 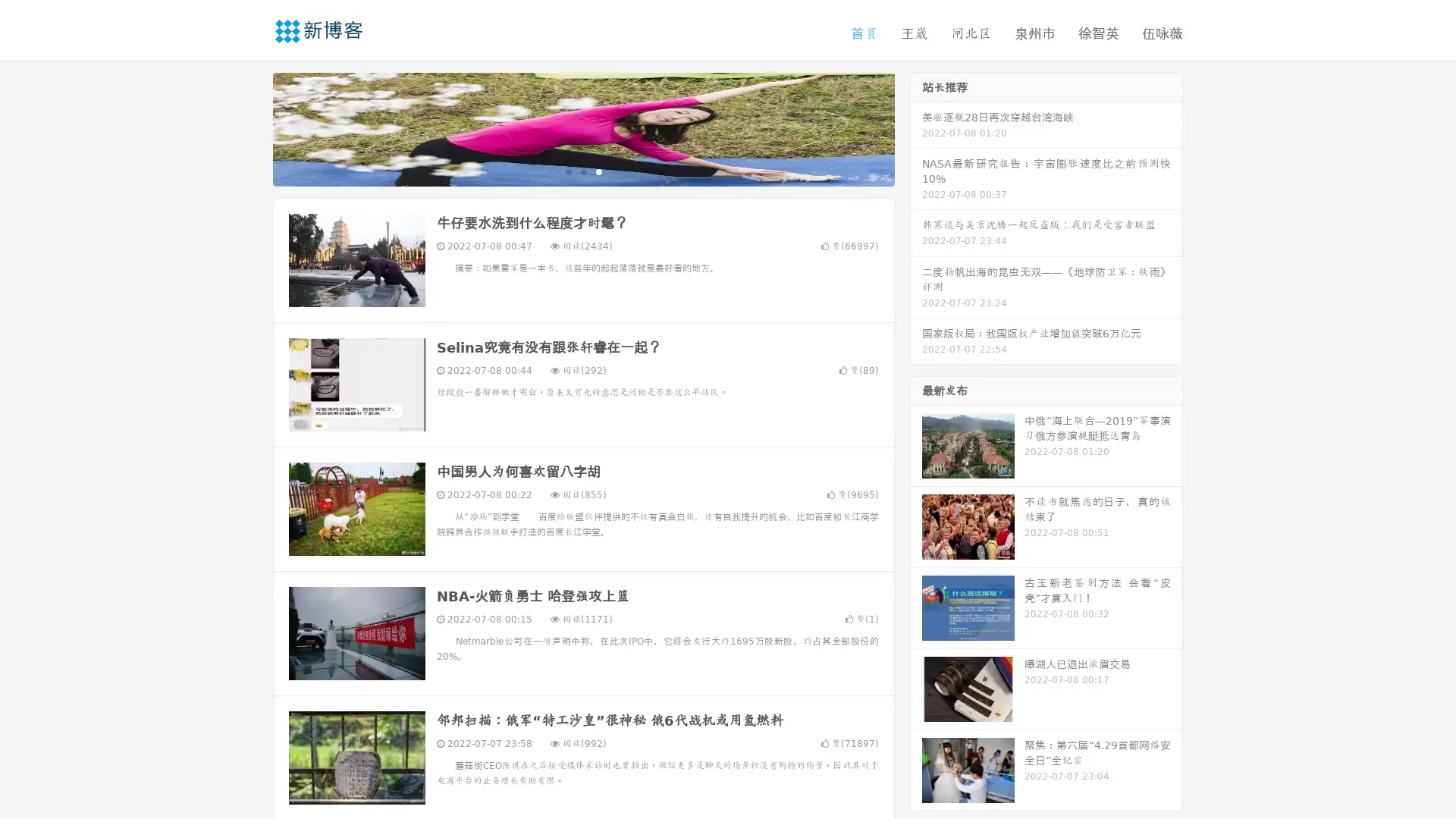 I want to click on Go to slide 3, so click(x=598, y=171).